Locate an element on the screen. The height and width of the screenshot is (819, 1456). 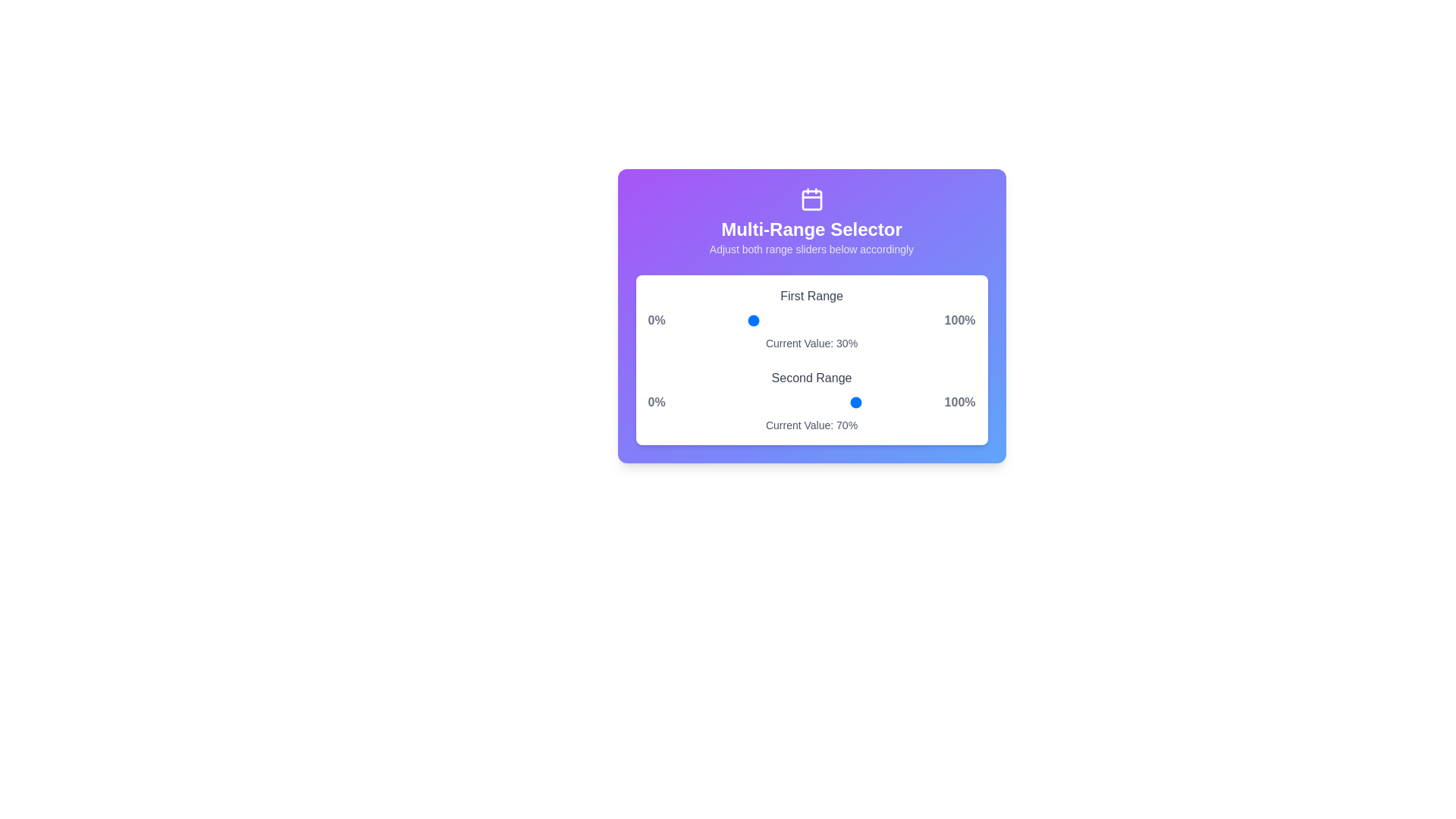
the Header element featuring a purple-to-blue gradient background, a centered calendar icon, and the text 'Multi-Range Selector' with a description below it is located at coordinates (811, 222).